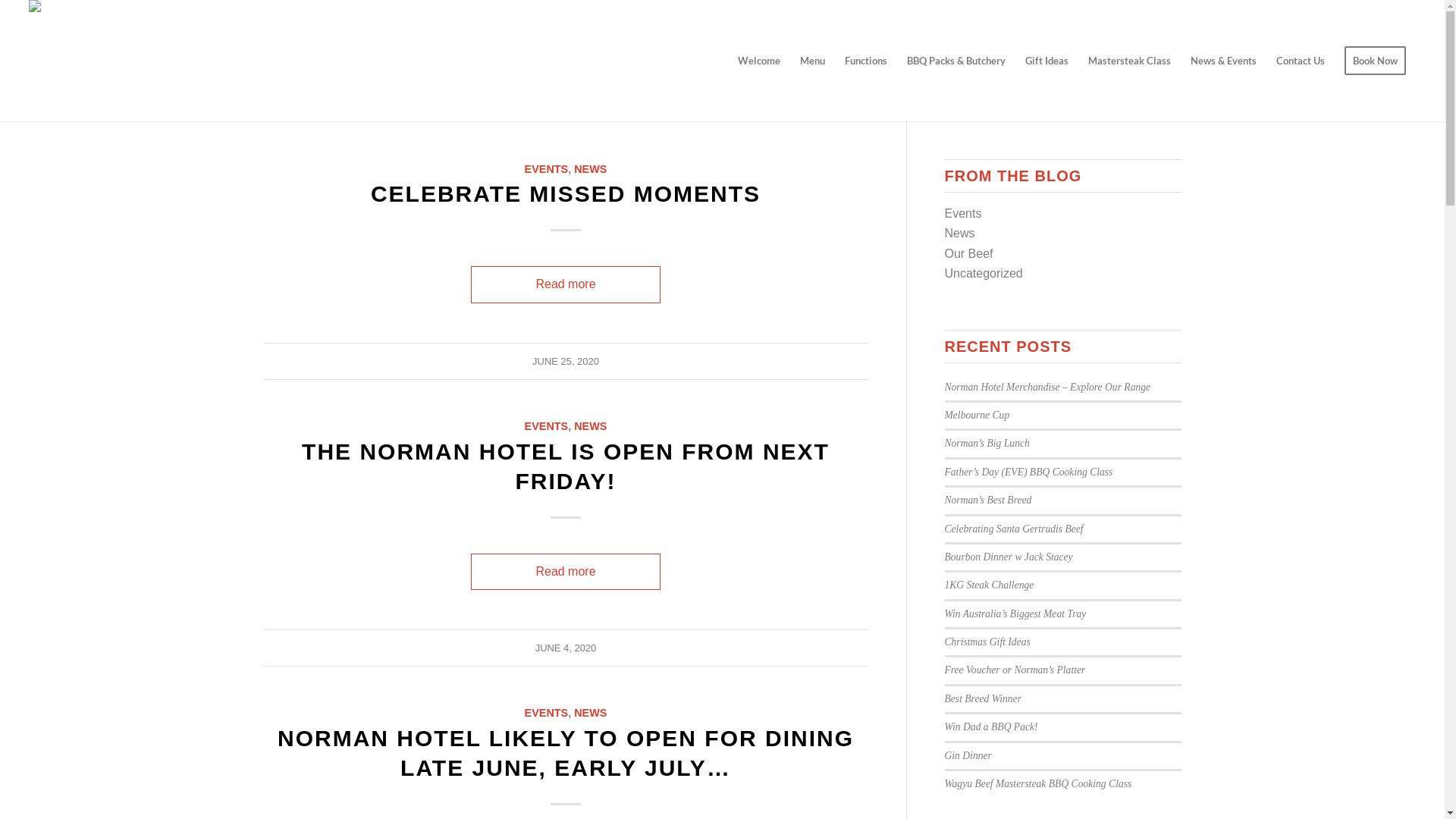 The image size is (1456, 819). I want to click on 'Gift Ideas', so click(1046, 60).